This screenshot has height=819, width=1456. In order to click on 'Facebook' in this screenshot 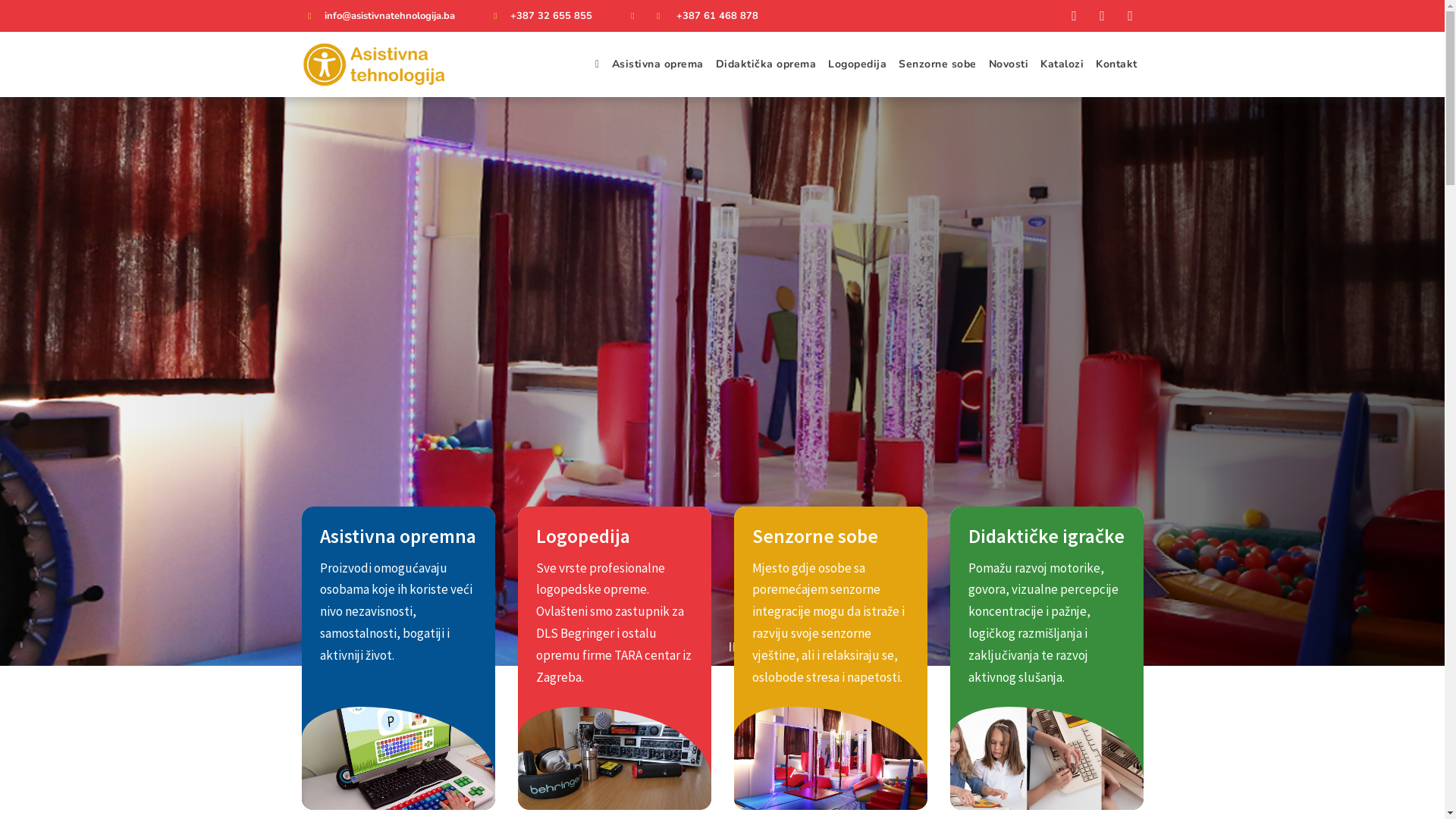, I will do `click(1061, 15)`.